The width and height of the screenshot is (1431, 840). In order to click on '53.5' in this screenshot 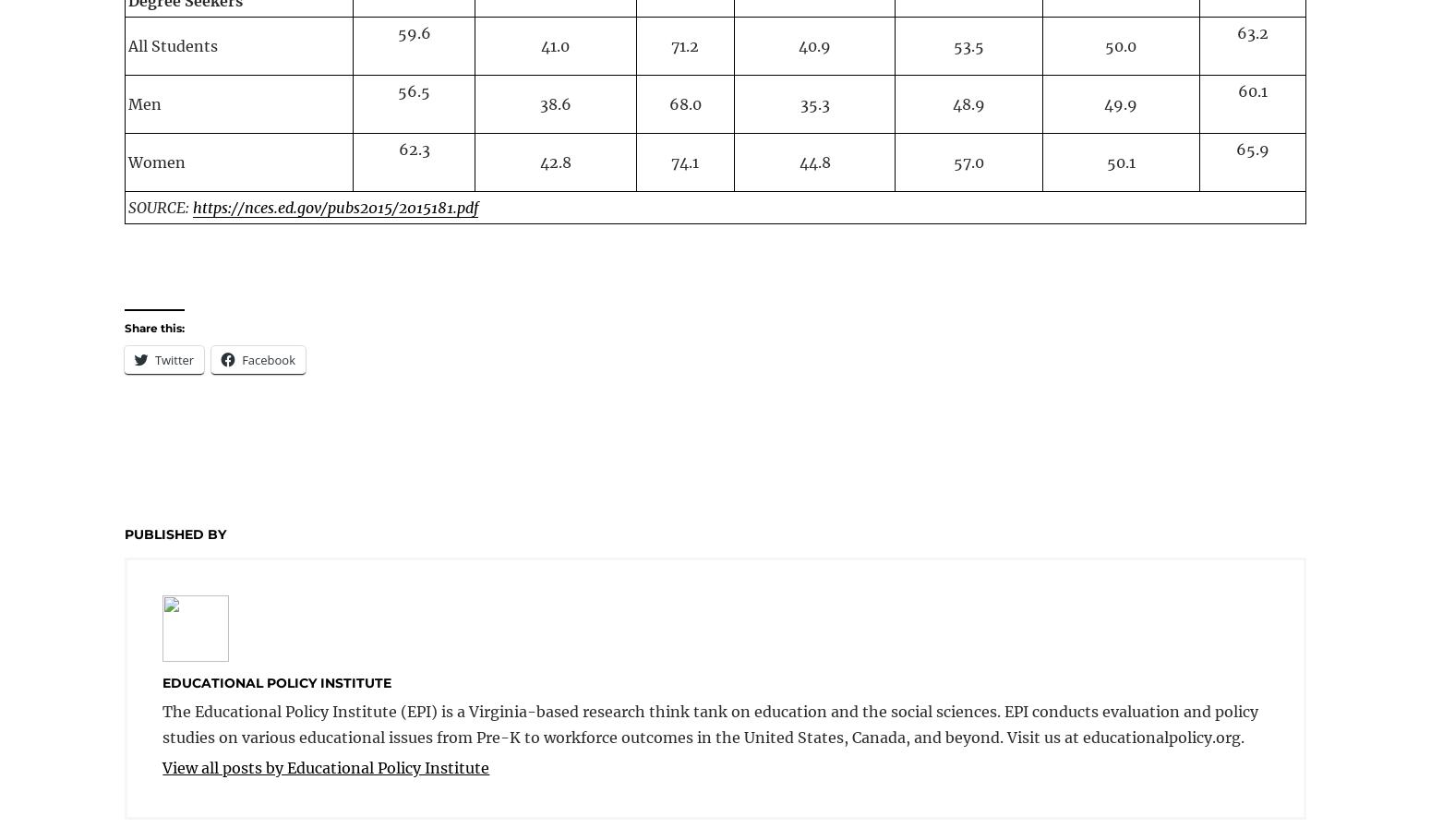, I will do `click(968, 44)`.